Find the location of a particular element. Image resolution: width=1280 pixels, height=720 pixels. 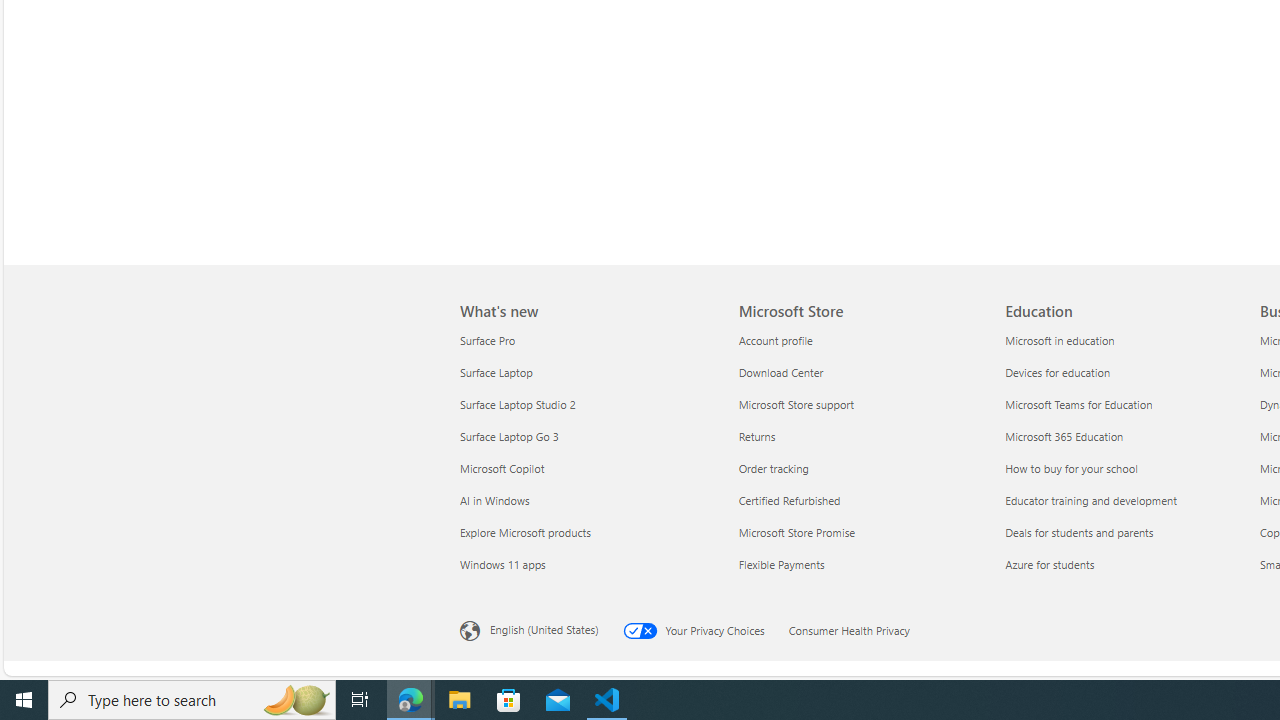

'Surface Laptop' is located at coordinates (586, 372).